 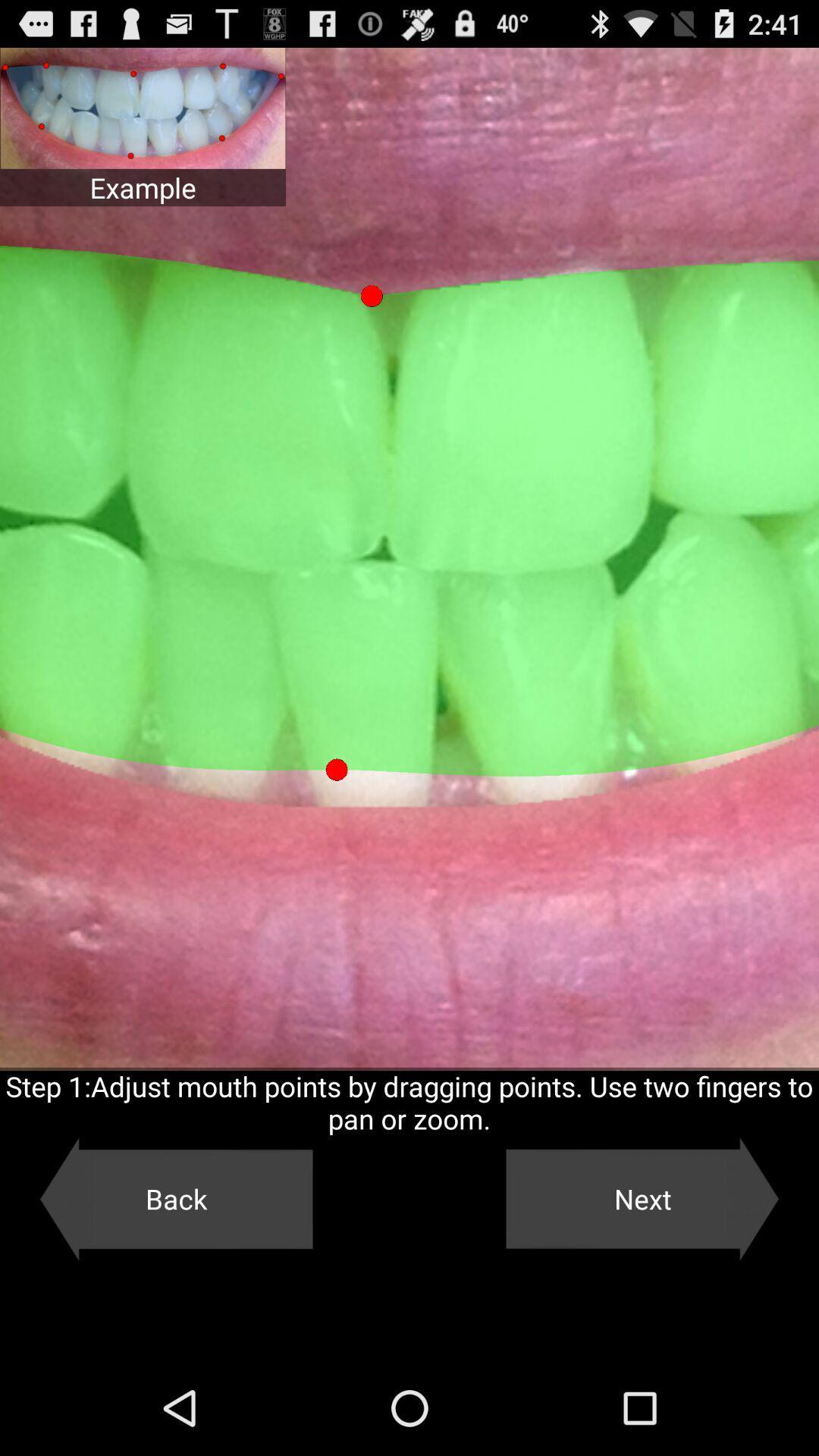 What do you see at coordinates (642, 1198) in the screenshot?
I see `the item next to back` at bounding box center [642, 1198].